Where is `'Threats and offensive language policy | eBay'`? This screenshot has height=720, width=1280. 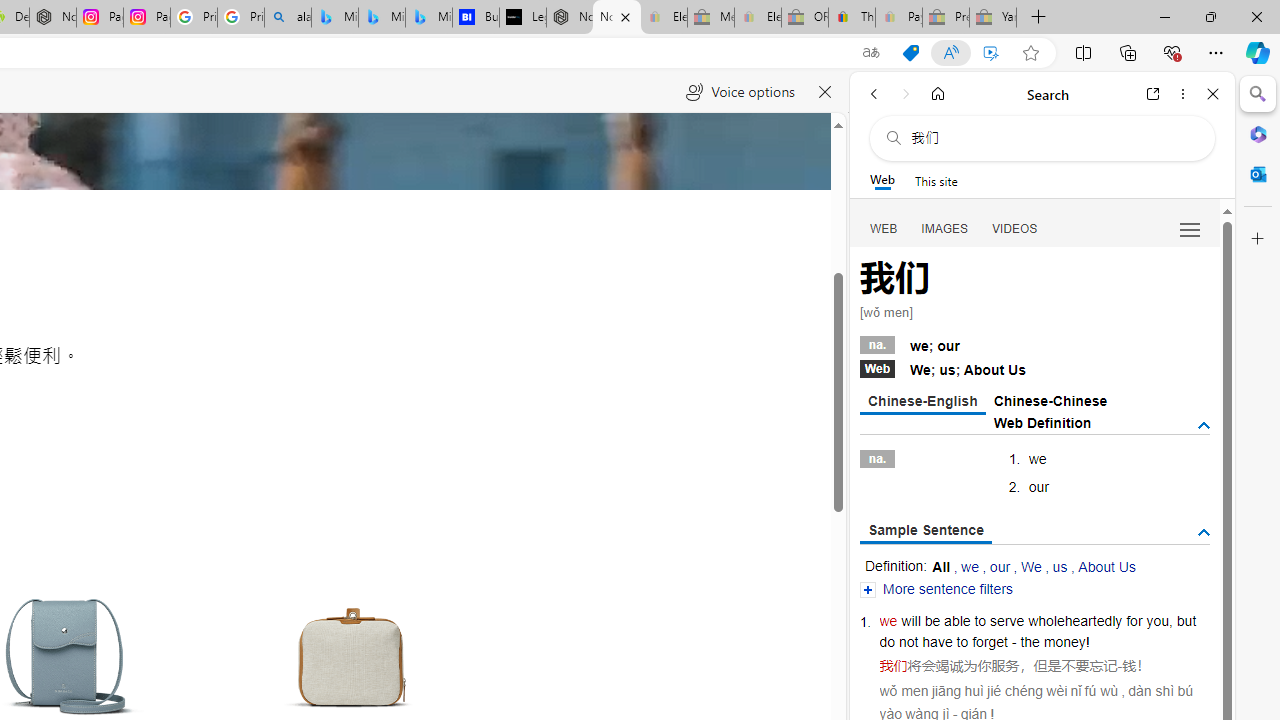
'Threats and offensive language policy | eBay' is located at coordinates (852, 17).